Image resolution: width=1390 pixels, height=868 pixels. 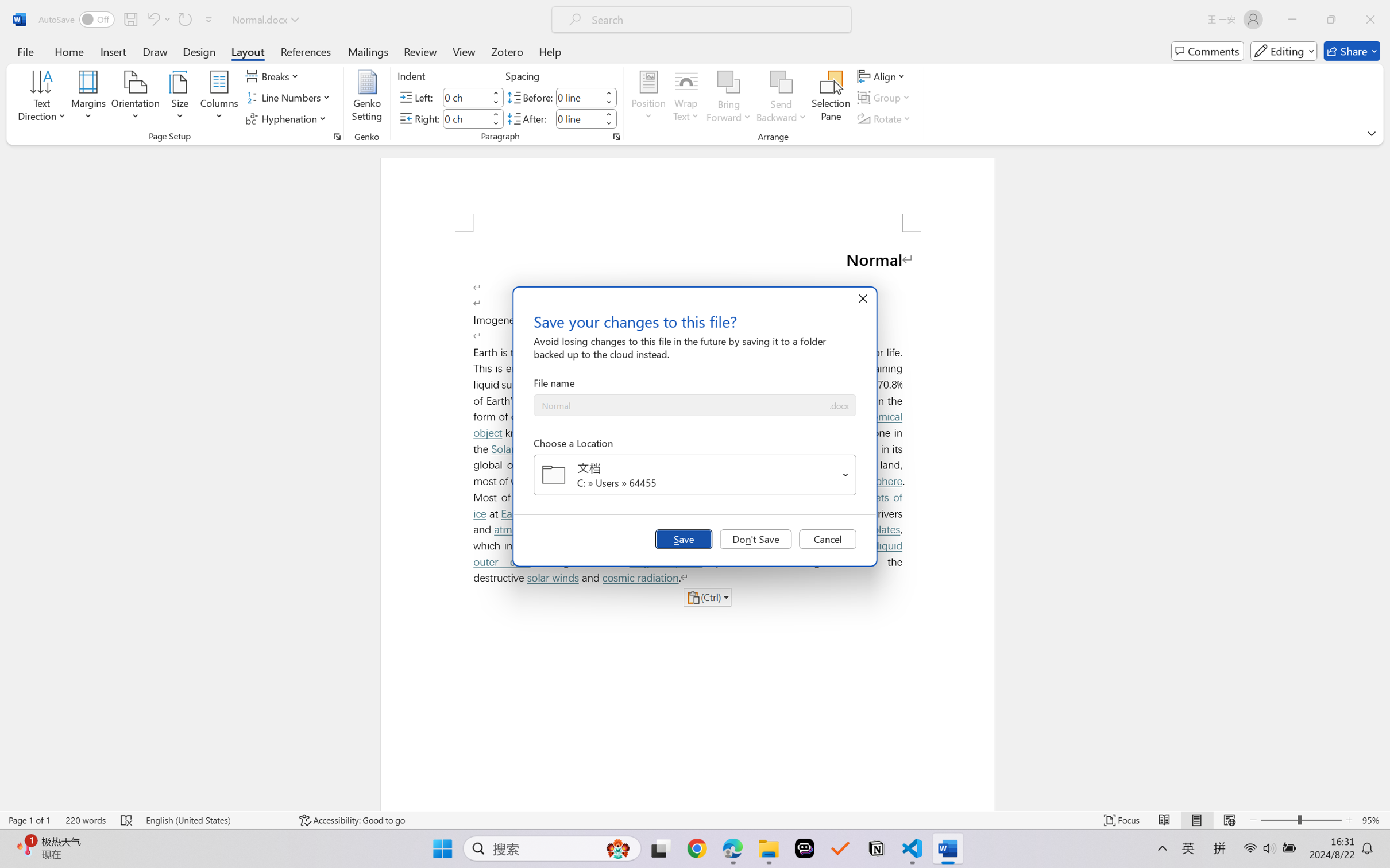 I want to click on 'Class: NetUIScrollBar', so click(x=1383, y=477).